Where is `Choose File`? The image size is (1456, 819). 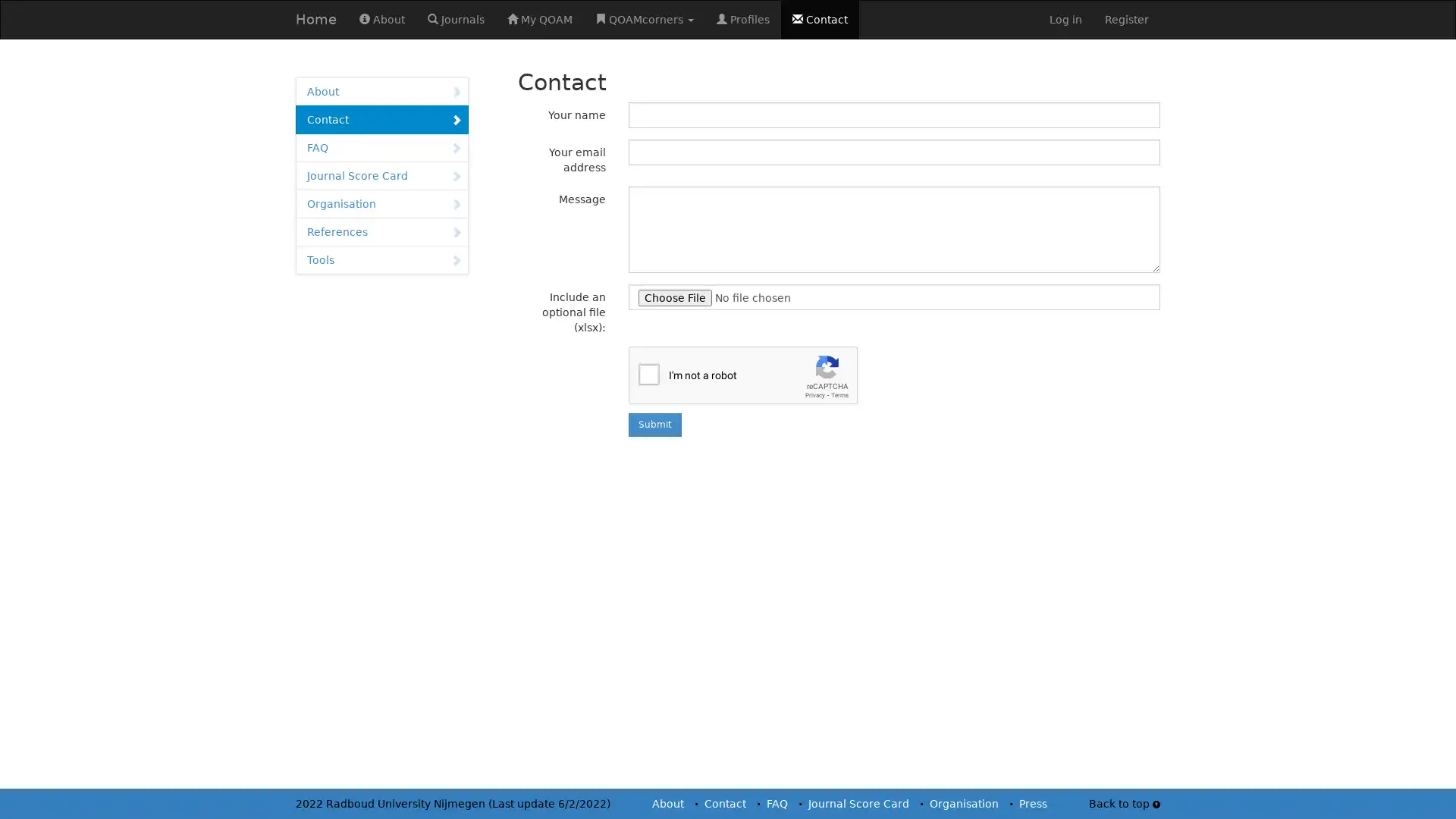
Choose File is located at coordinates (673, 298).